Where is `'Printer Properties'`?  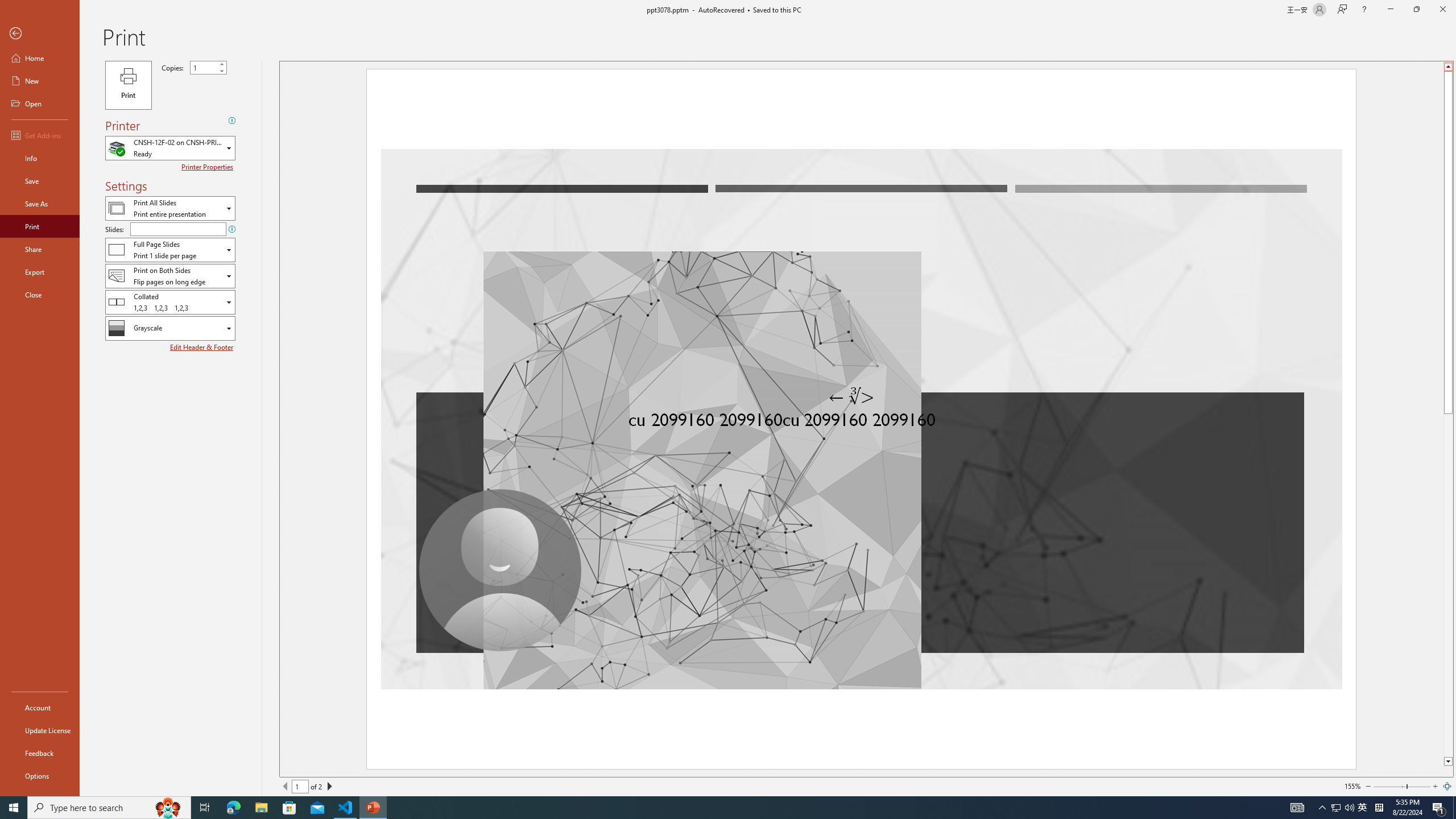 'Printer Properties' is located at coordinates (208, 166).